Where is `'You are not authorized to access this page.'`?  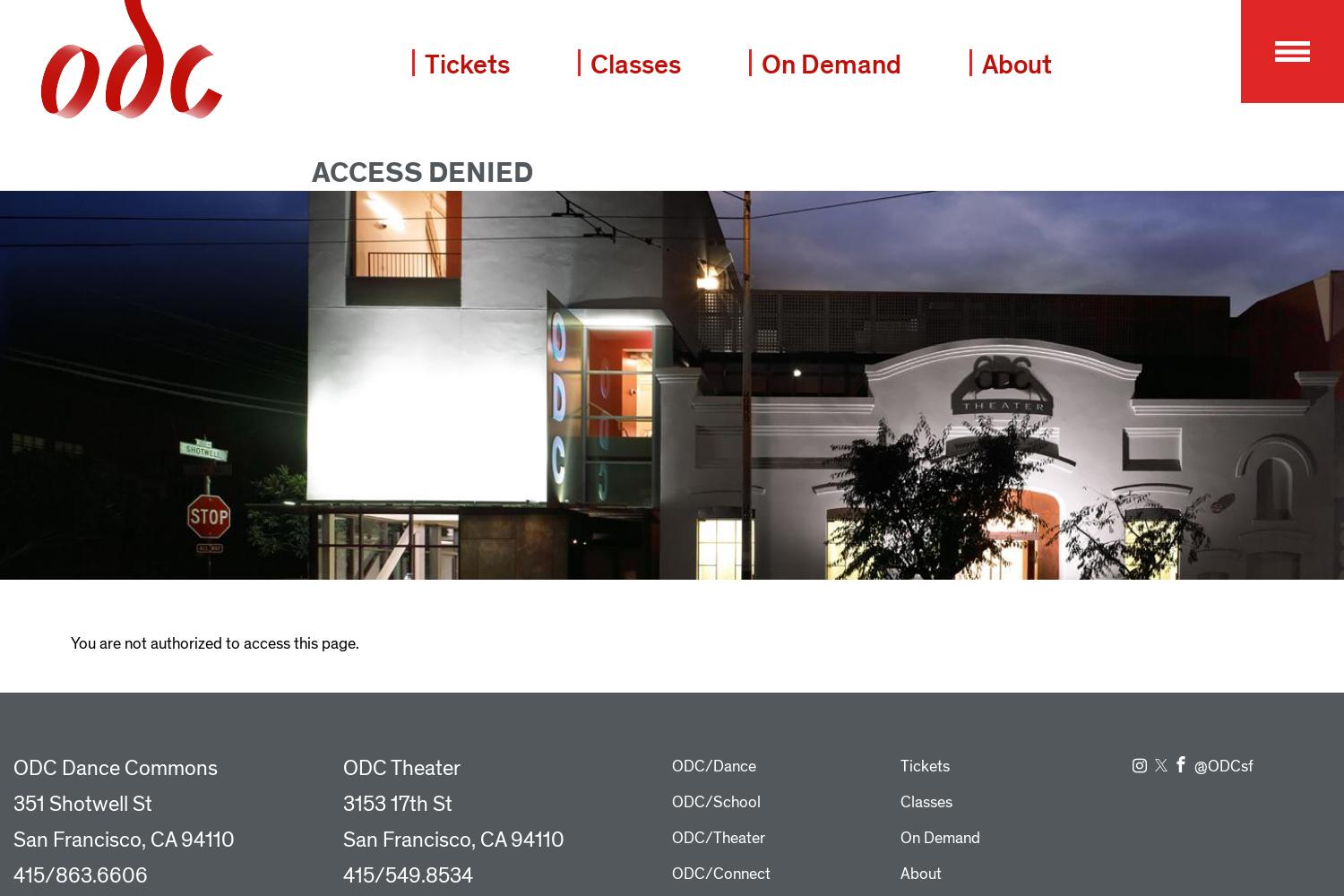 'You are not authorized to access this page.' is located at coordinates (212, 642).